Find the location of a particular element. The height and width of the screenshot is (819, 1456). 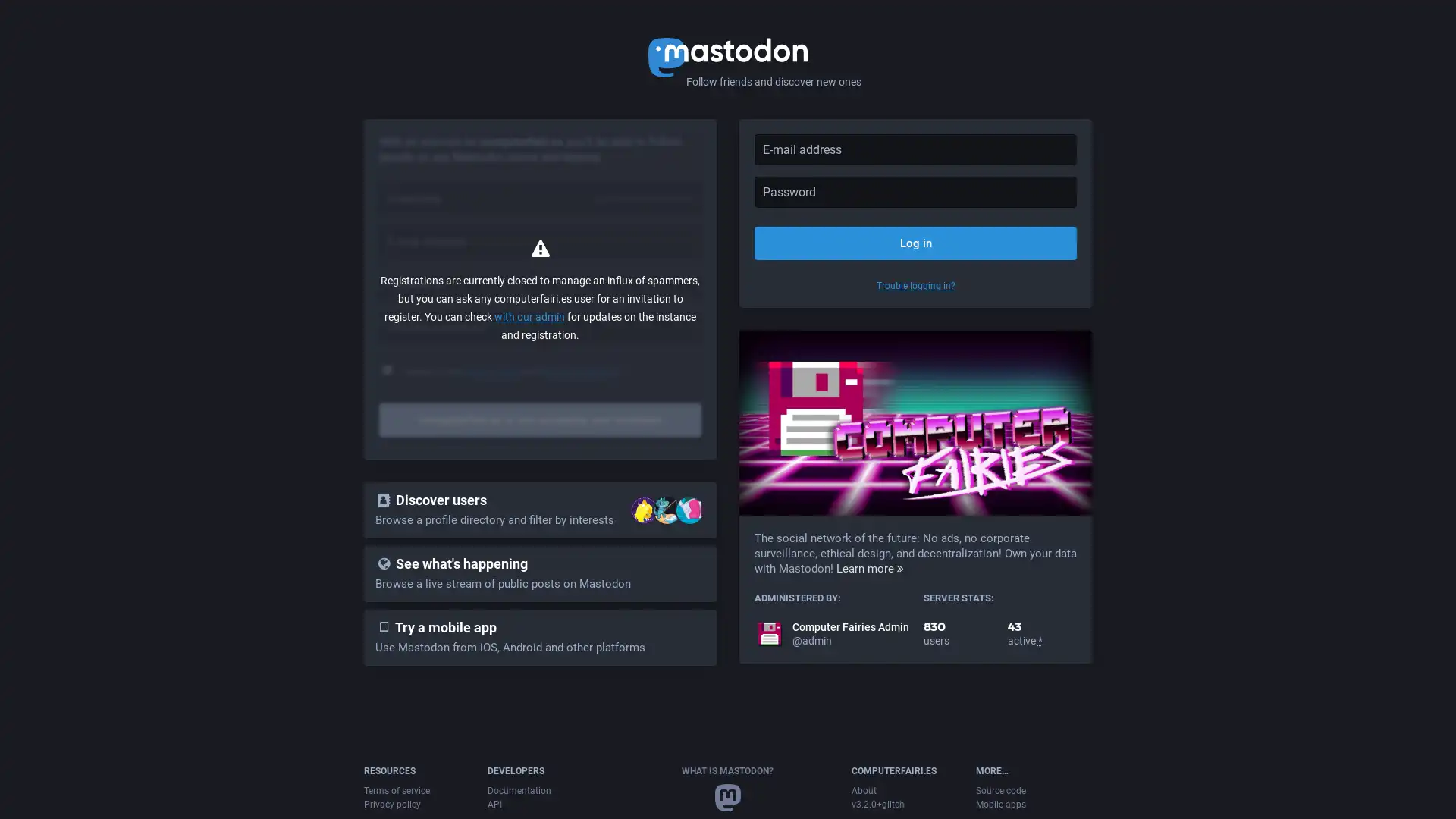

computerfairi.es is not accepting new members is located at coordinates (540, 420).